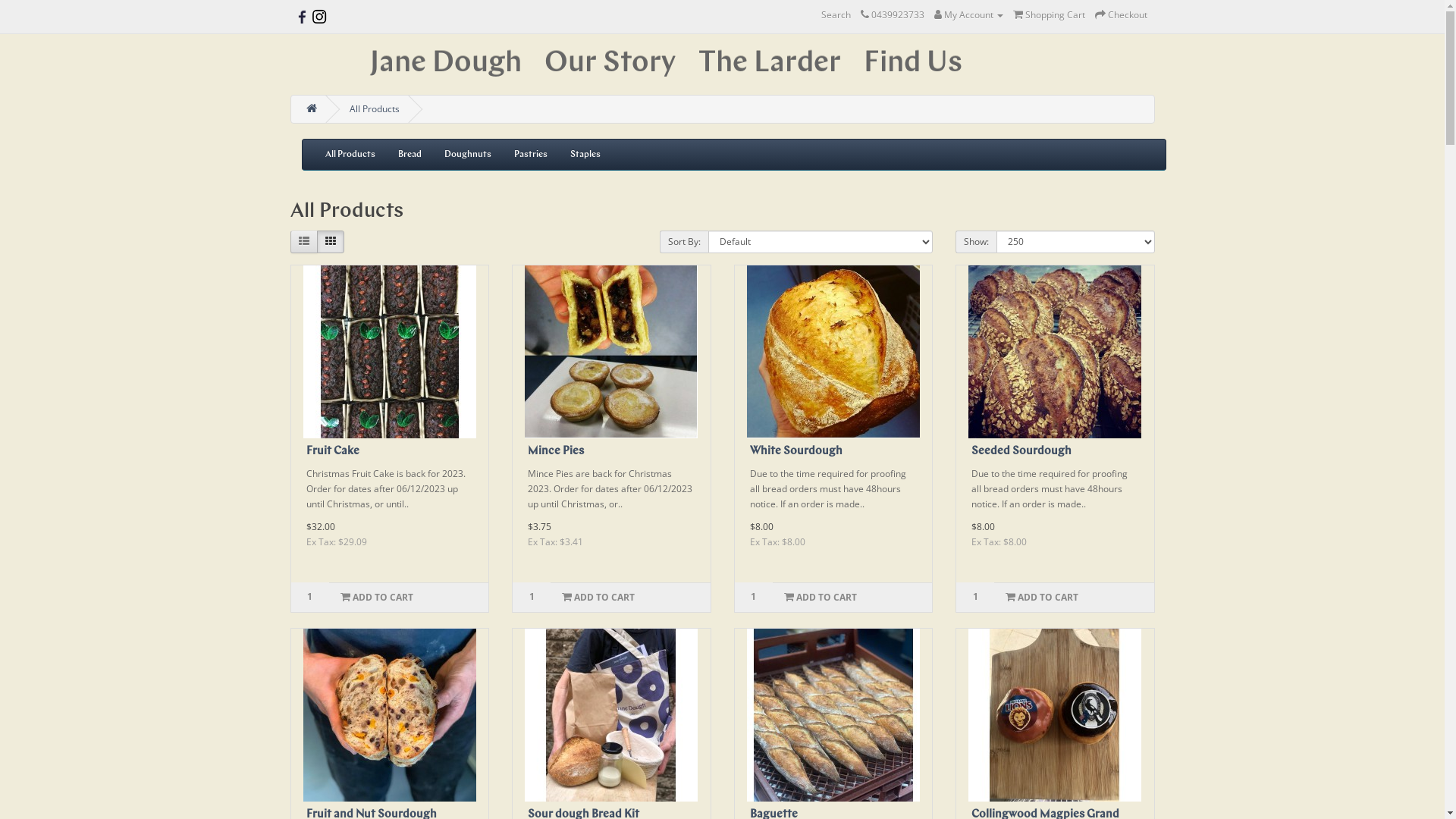 This screenshot has height=819, width=1456. What do you see at coordinates (331, 450) in the screenshot?
I see `'Fruit Cake'` at bounding box center [331, 450].